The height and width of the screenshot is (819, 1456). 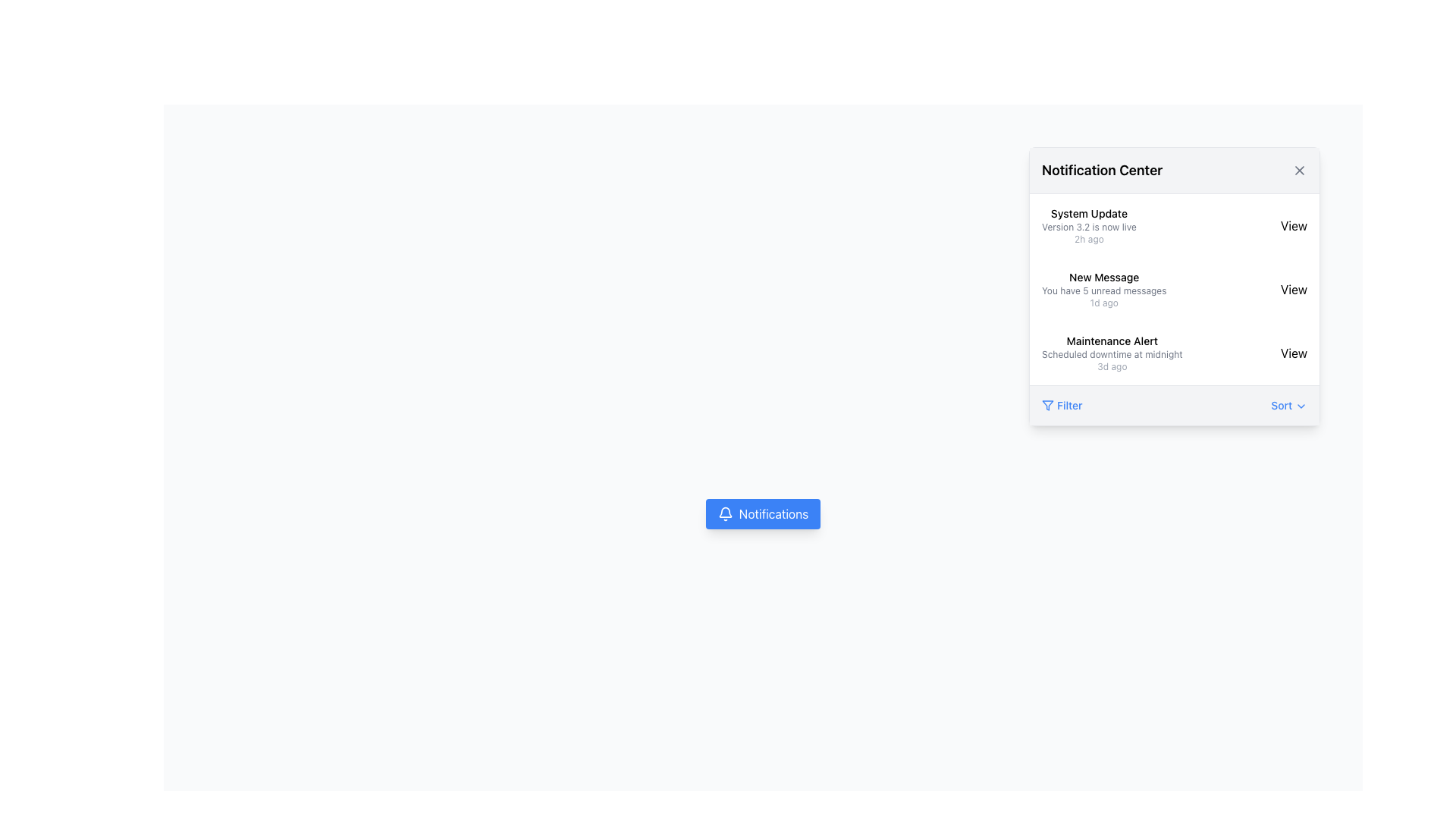 What do you see at coordinates (1298, 170) in the screenshot?
I see `the small 'X' icon button in the top-right corner of the 'Notification Center' modal to trigger the color change effect` at bounding box center [1298, 170].